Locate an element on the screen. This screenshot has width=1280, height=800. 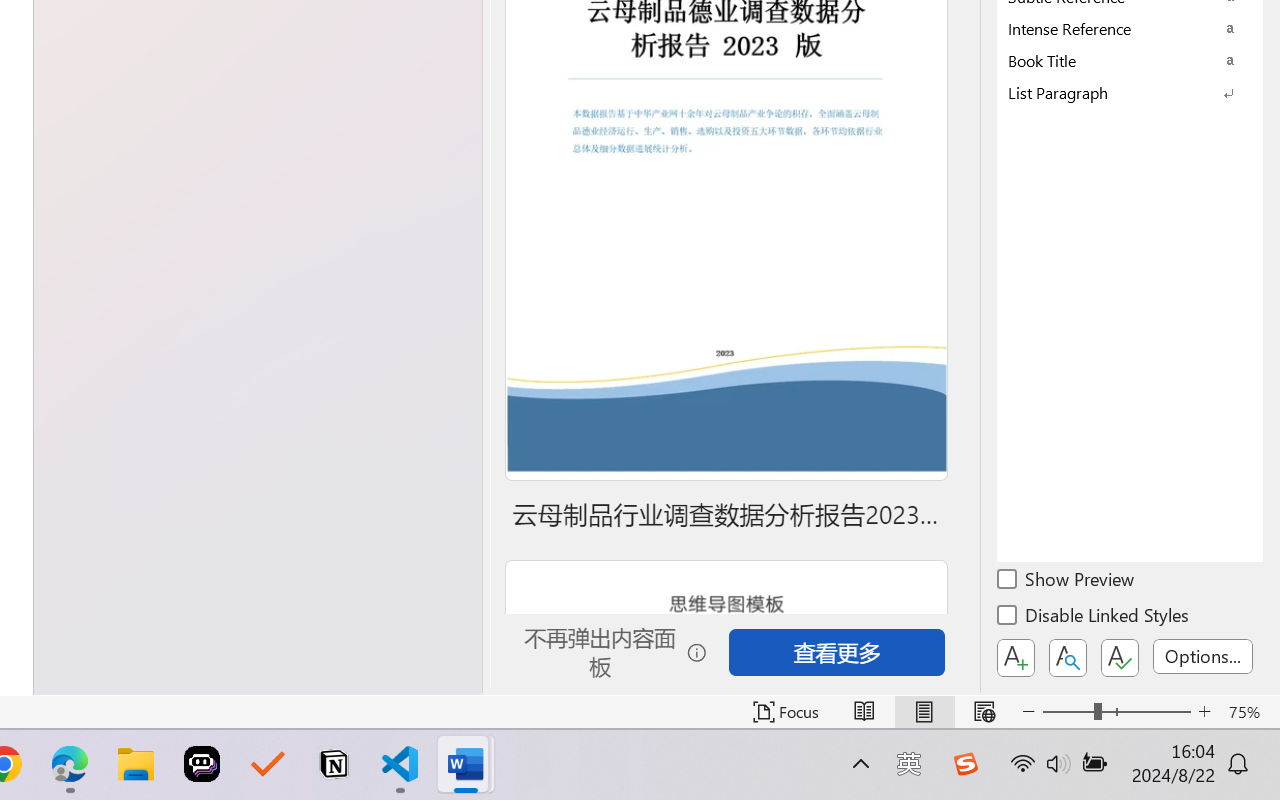
'List Paragraph' is located at coordinates (1130, 92).